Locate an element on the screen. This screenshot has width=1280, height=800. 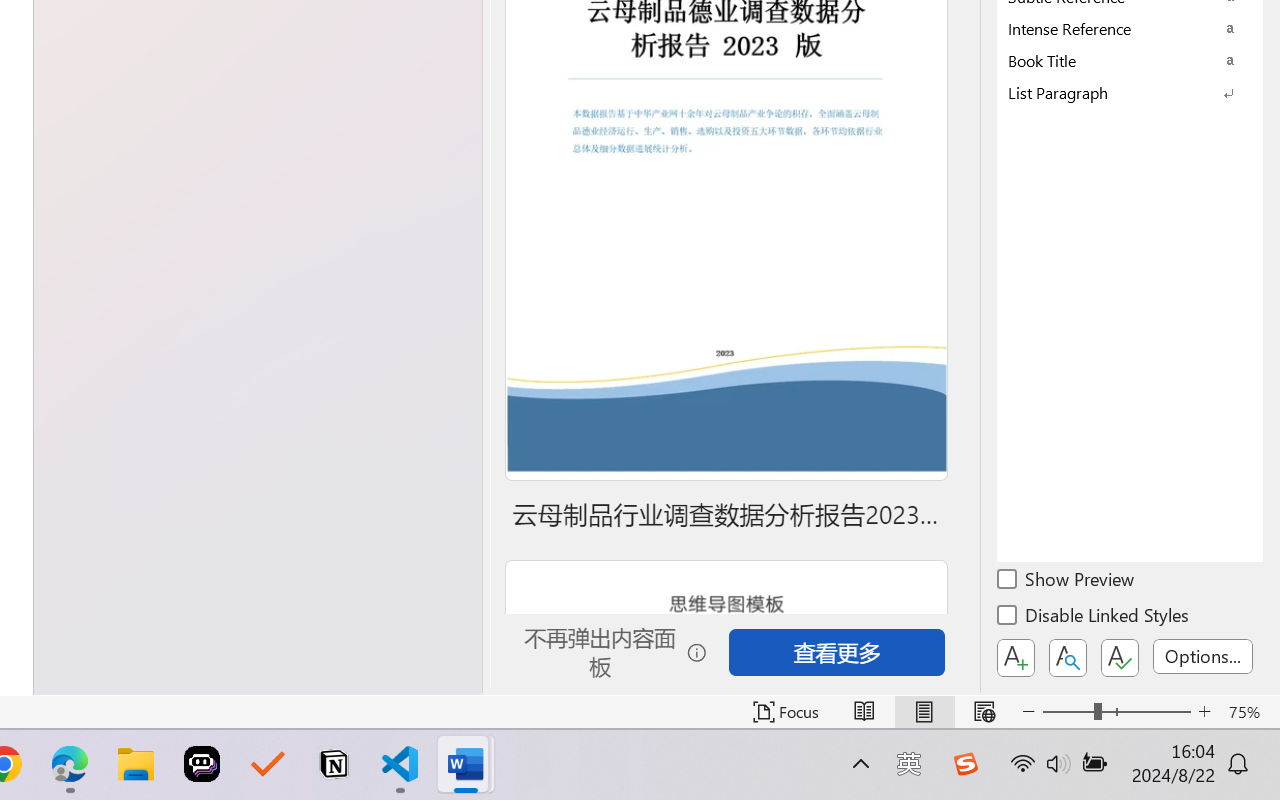
'List Paragraph' is located at coordinates (1130, 92).